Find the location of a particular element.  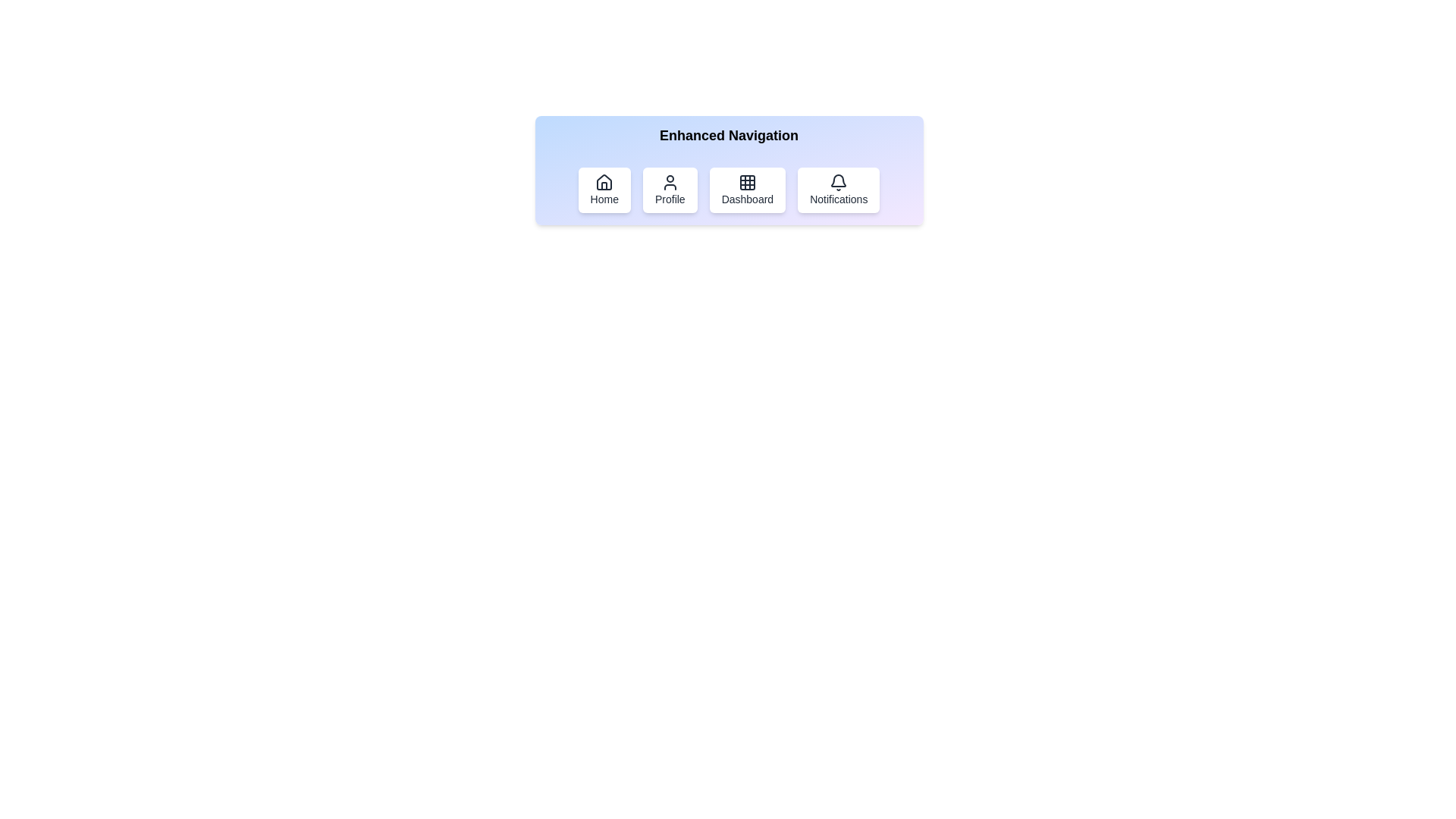

the top-left square of the 3x3 grid icon inside the 'Dashboard' button in the 'Enhanced Navigation' interface is located at coordinates (747, 181).